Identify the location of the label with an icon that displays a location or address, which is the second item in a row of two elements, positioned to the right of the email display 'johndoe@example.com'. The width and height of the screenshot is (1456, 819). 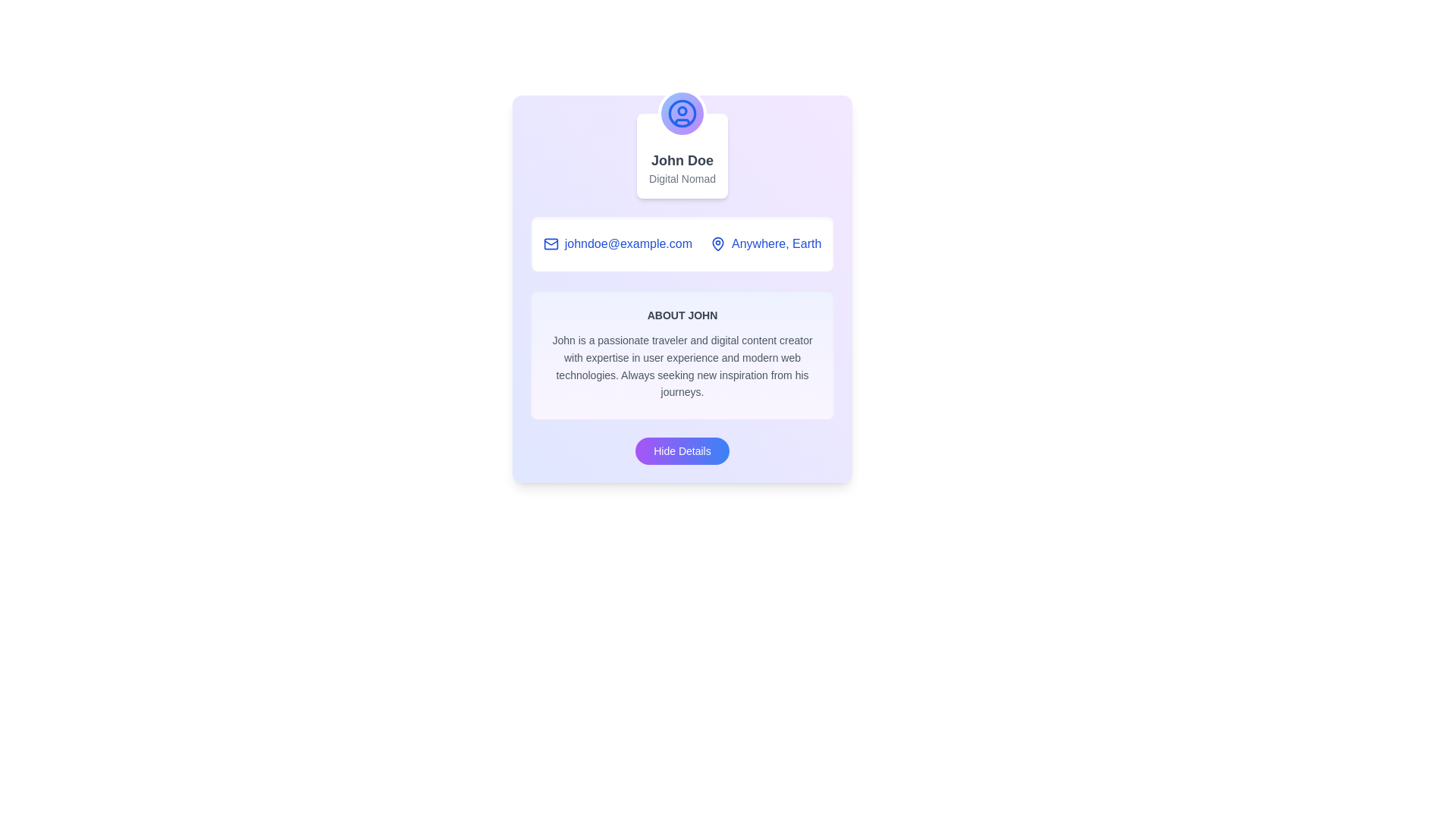
(766, 243).